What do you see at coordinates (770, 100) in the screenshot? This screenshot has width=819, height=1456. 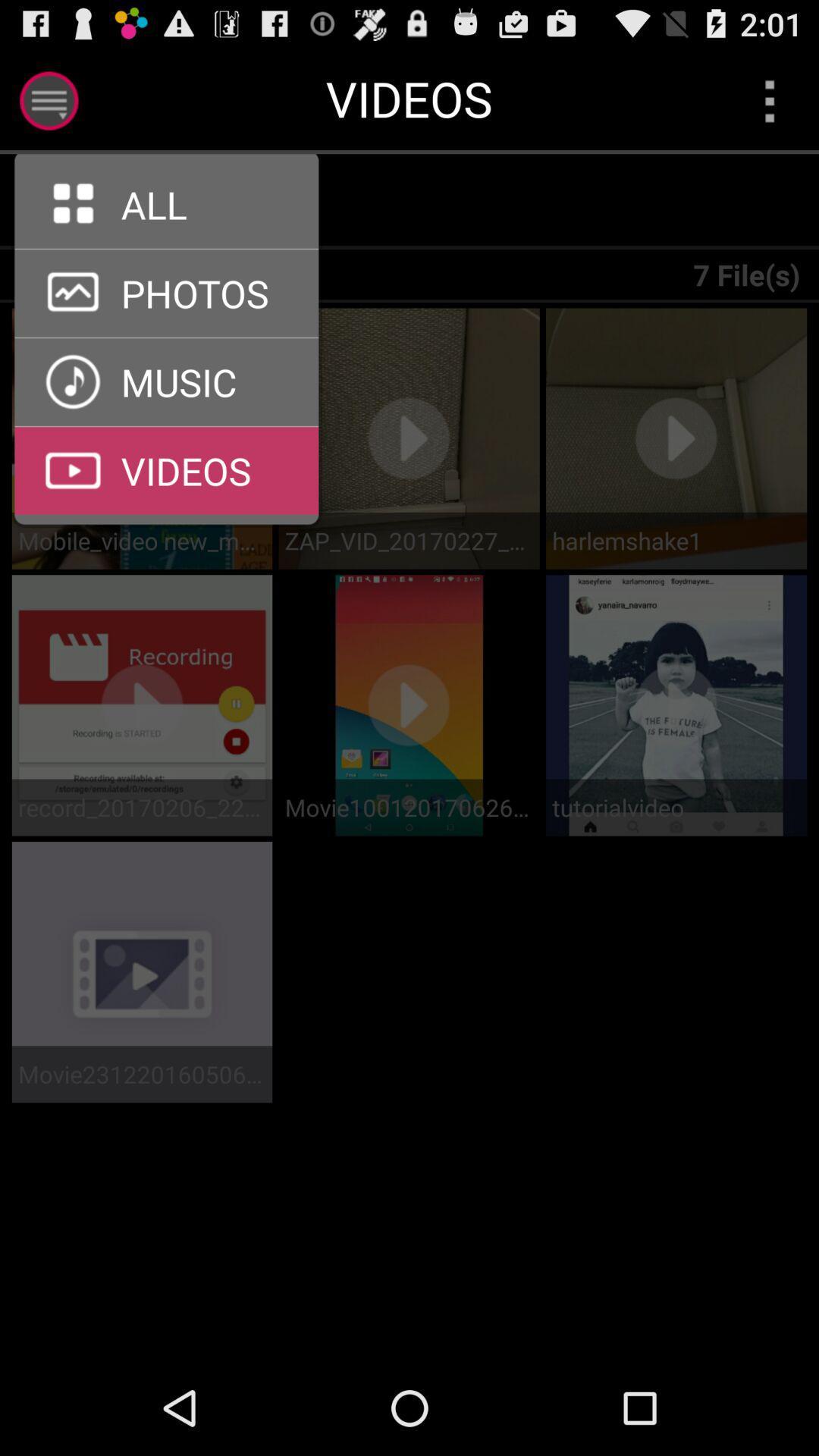 I see `dropdown` at bounding box center [770, 100].